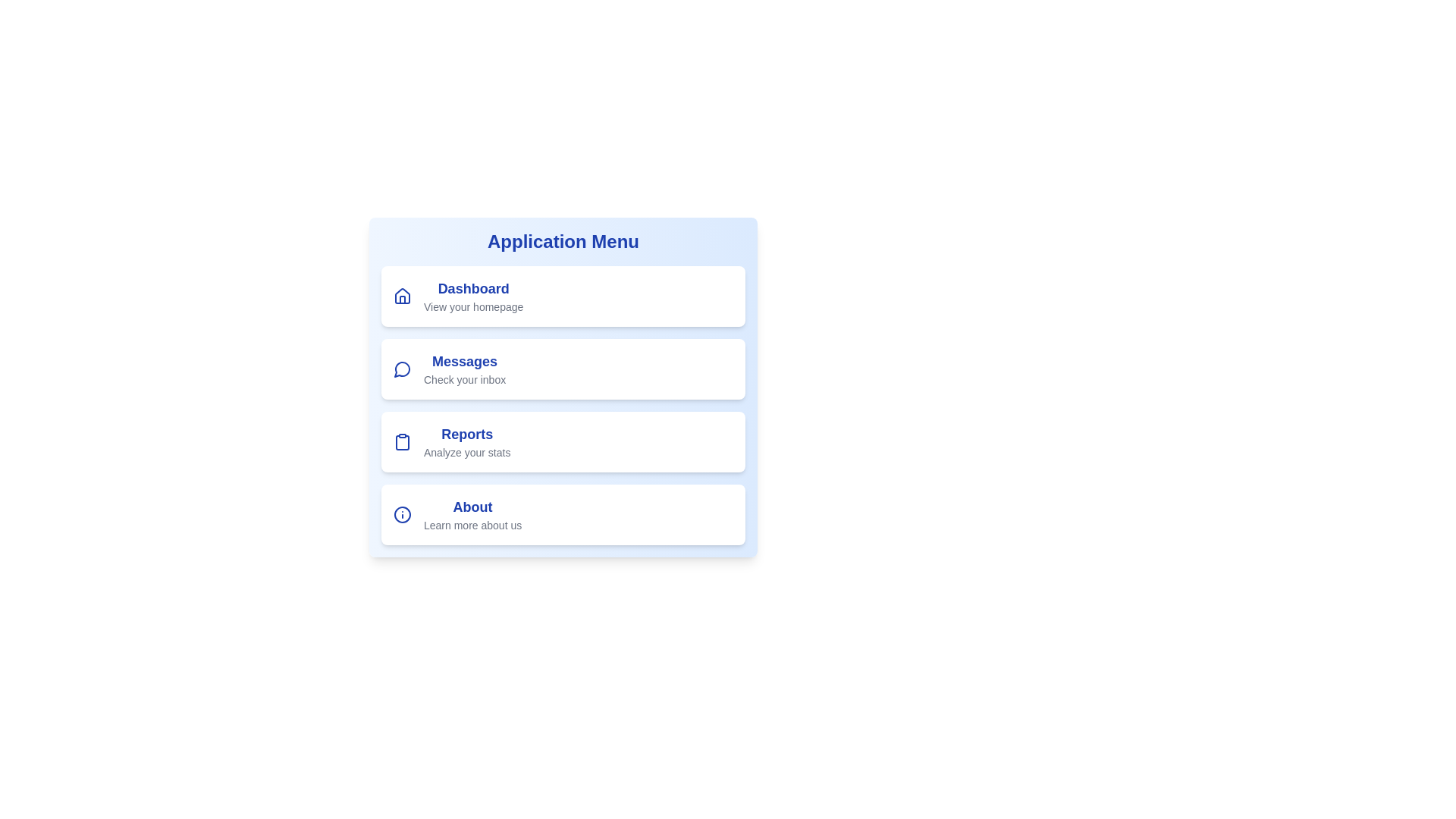 This screenshot has height=819, width=1456. Describe the element at coordinates (563, 441) in the screenshot. I see `the menu item labeled Reports to view its hover effect` at that location.